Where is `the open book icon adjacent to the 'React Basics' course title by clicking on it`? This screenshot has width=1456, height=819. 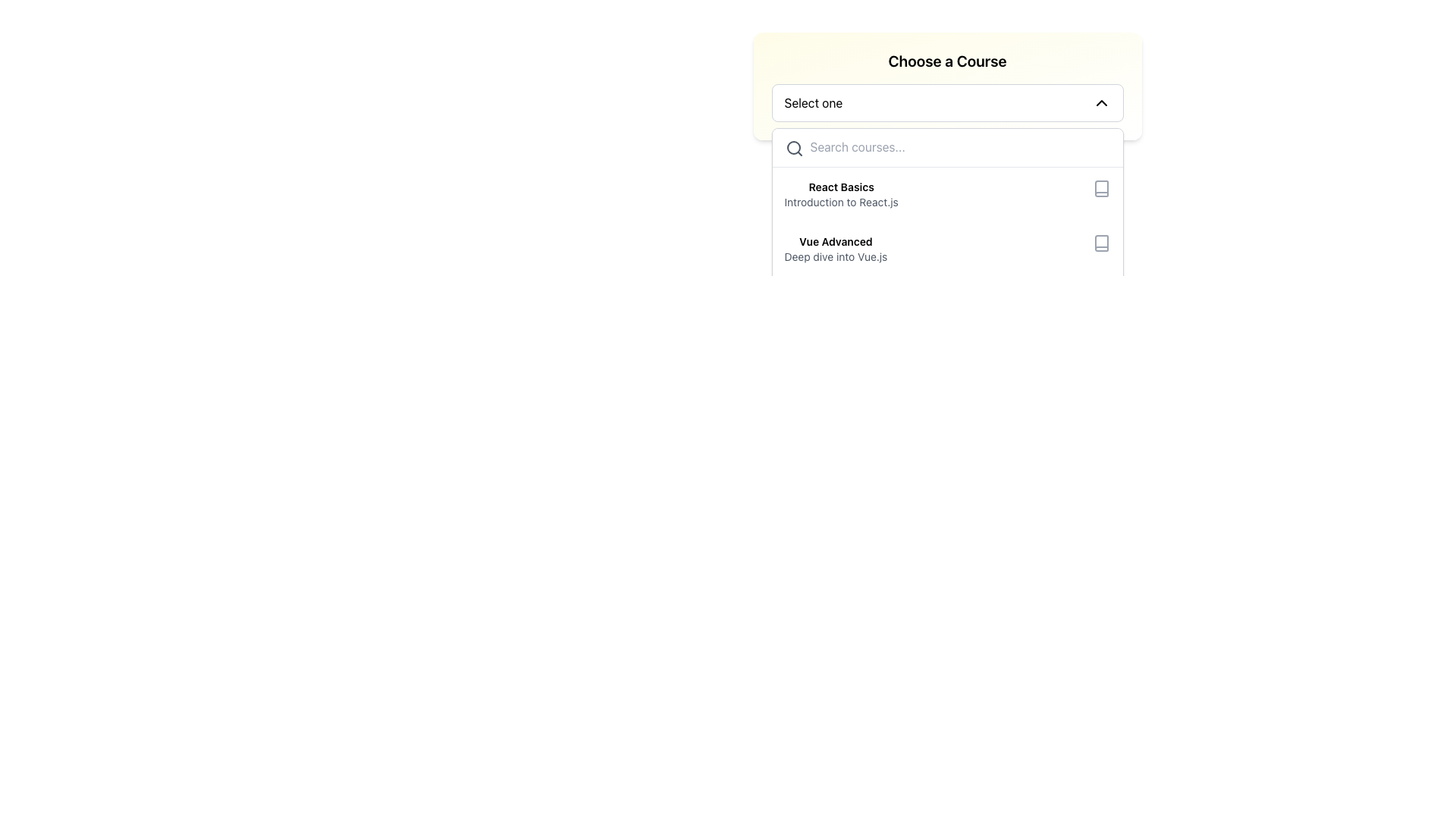
the open book icon adjacent to the 'React Basics' course title by clicking on it is located at coordinates (1101, 187).